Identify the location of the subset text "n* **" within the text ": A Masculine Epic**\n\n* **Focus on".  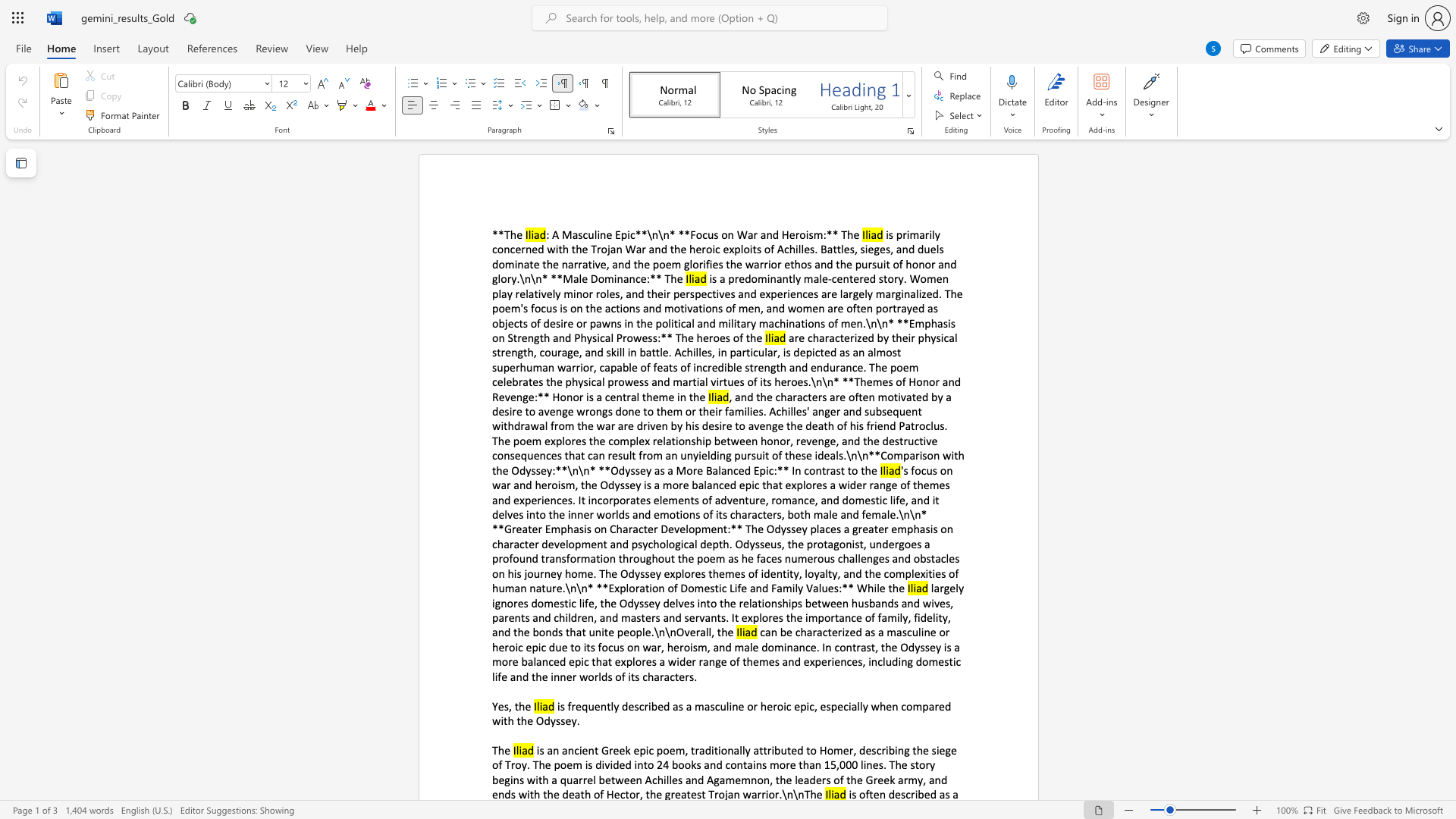
(663, 234).